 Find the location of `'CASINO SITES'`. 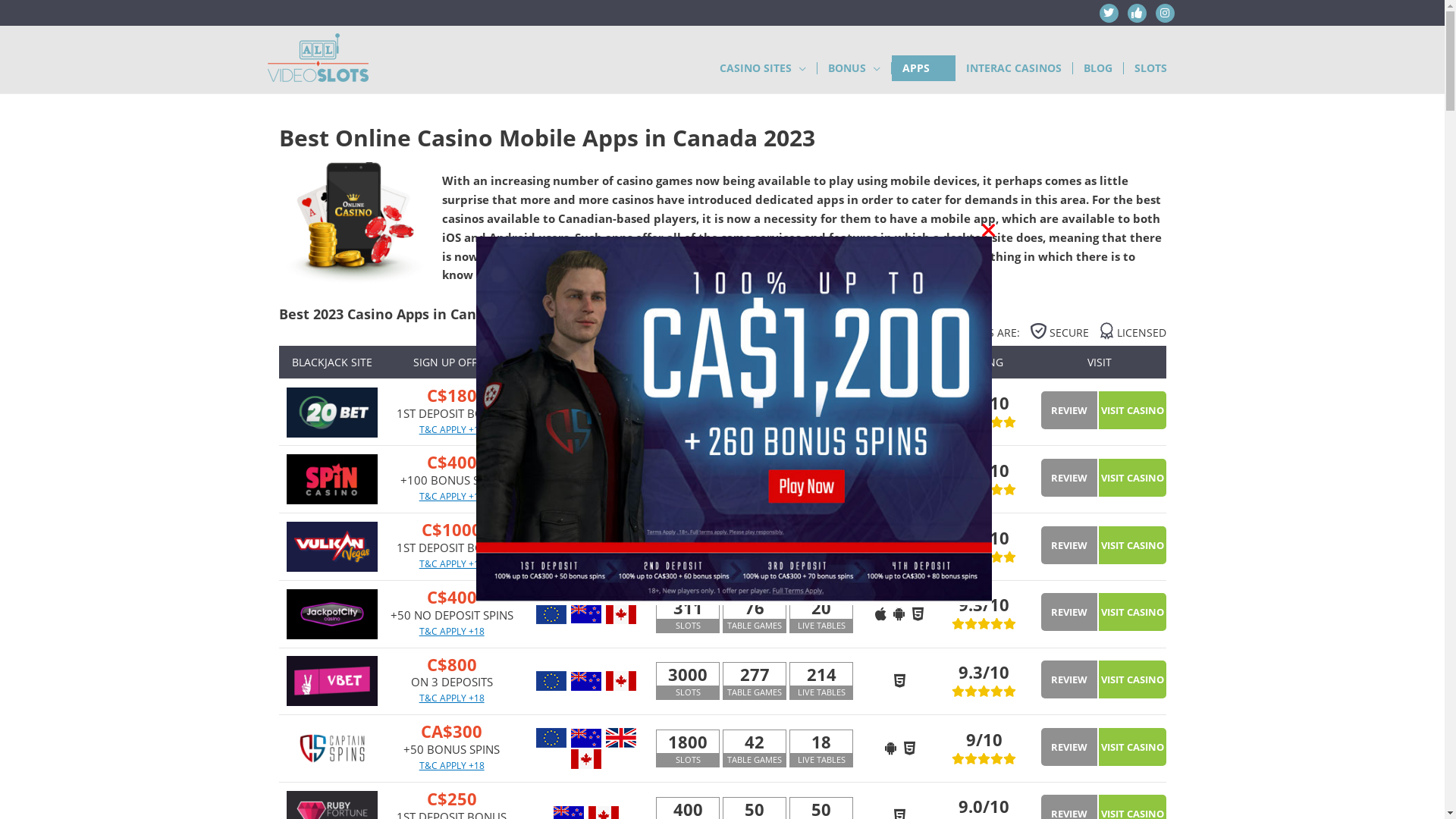

'CASINO SITES' is located at coordinates (762, 68).